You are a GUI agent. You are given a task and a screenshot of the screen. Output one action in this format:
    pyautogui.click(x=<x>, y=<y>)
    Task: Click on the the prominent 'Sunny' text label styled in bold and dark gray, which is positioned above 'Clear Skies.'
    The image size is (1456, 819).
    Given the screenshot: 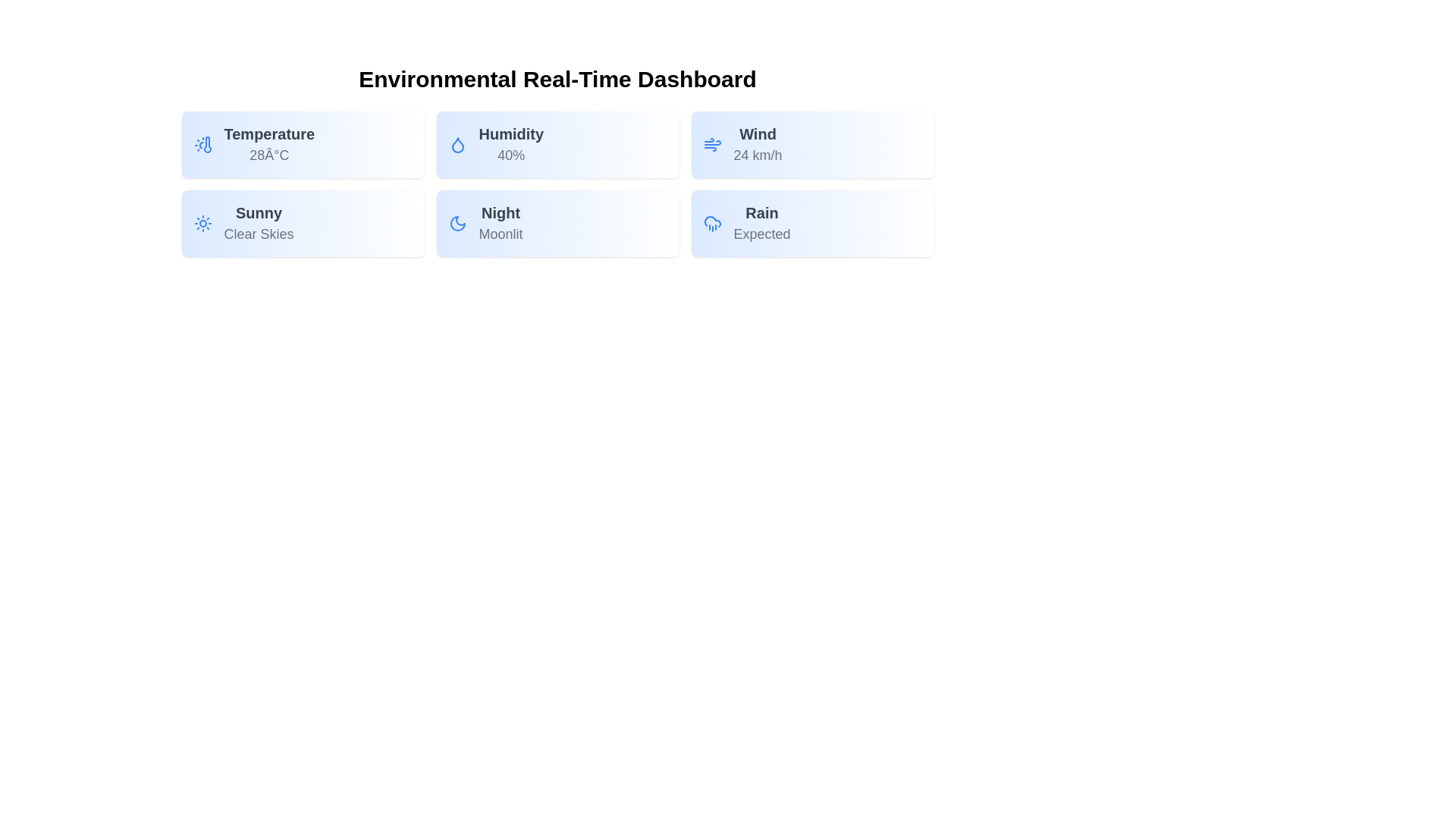 What is the action you would take?
    pyautogui.click(x=259, y=213)
    